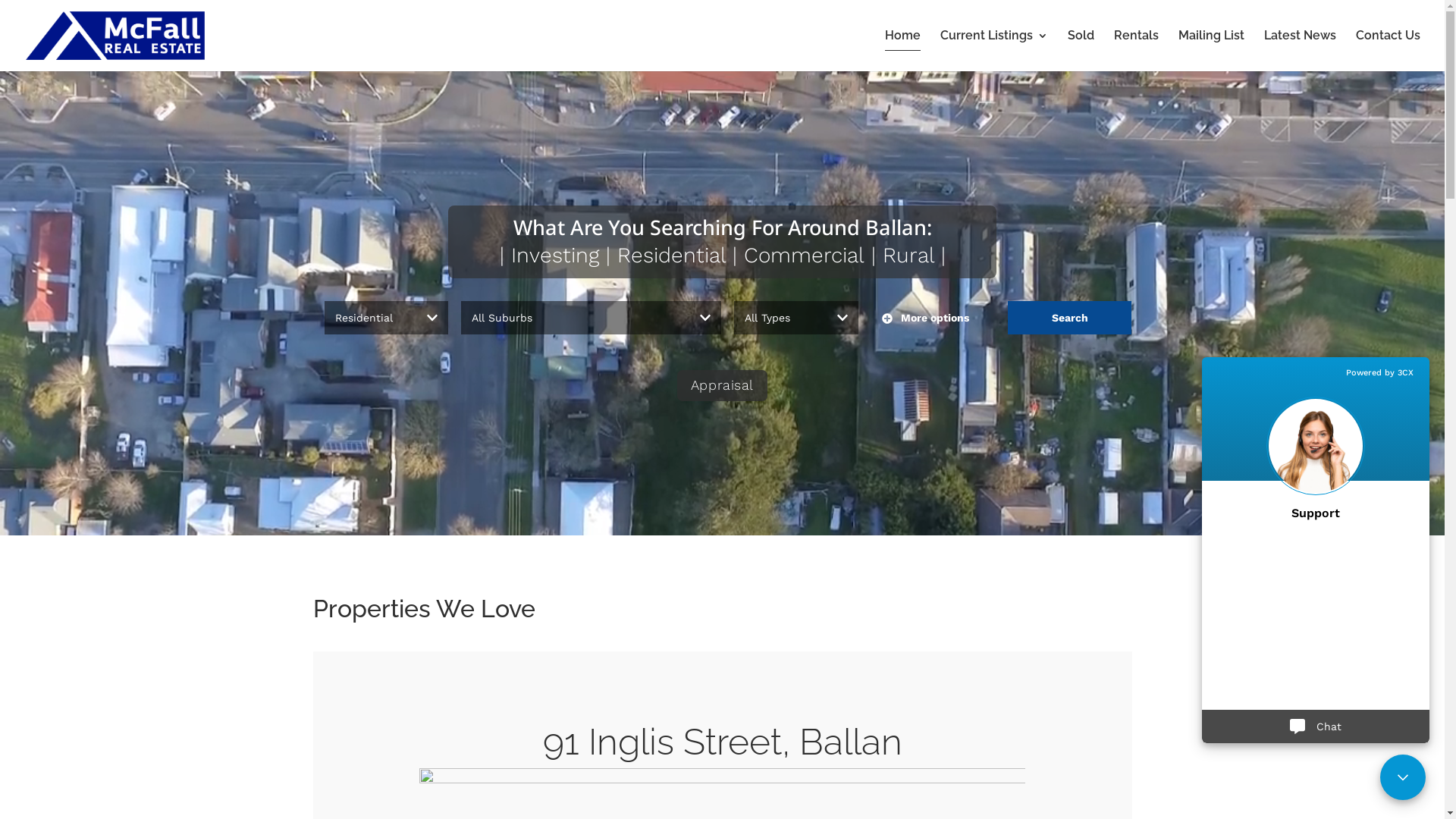 This screenshot has height=819, width=1456. Describe the element at coordinates (1068, 317) in the screenshot. I see `'Search'` at that location.